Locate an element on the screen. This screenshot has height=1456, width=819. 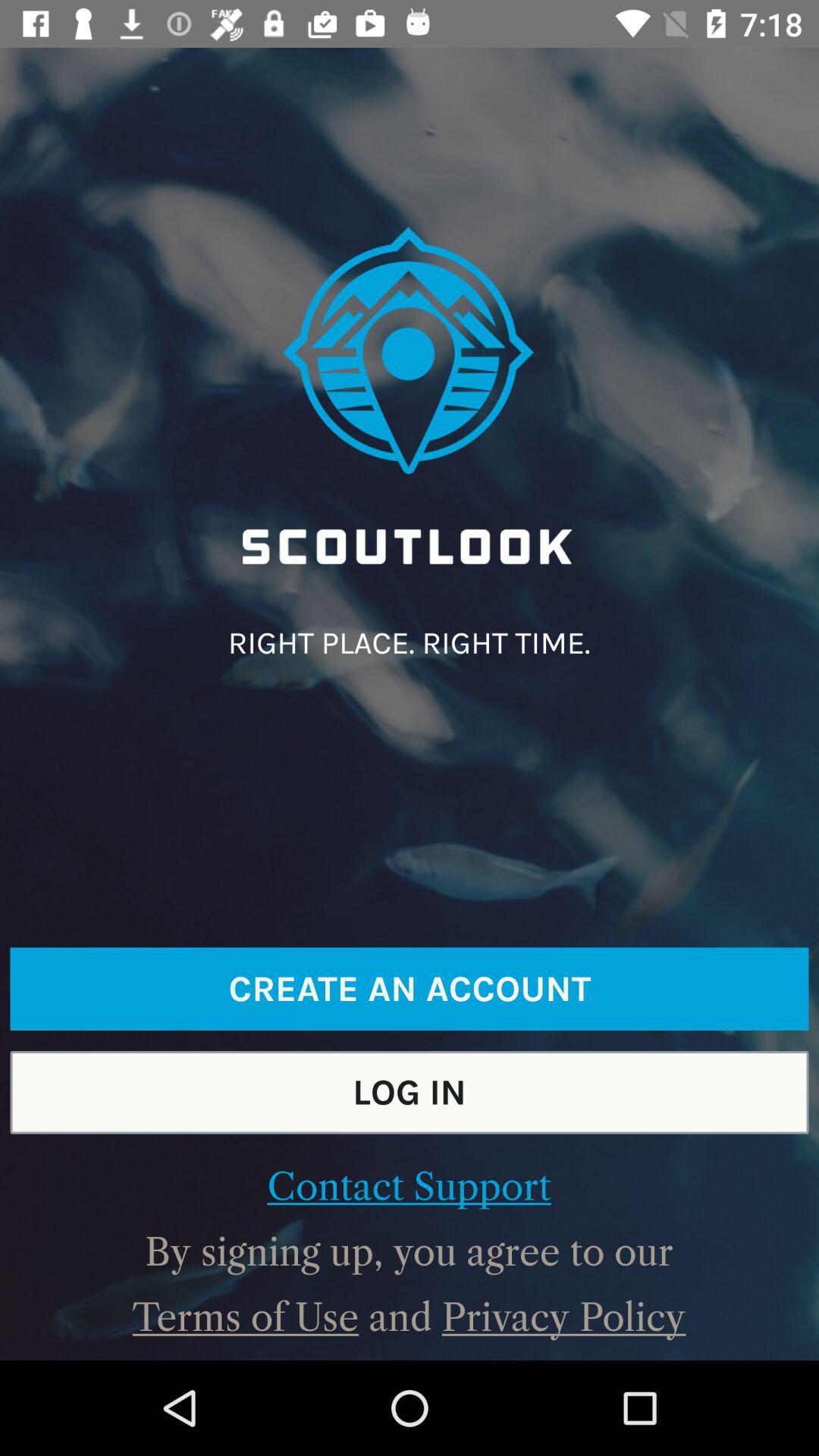
privacy policy item is located at coordinates (563, 1316).